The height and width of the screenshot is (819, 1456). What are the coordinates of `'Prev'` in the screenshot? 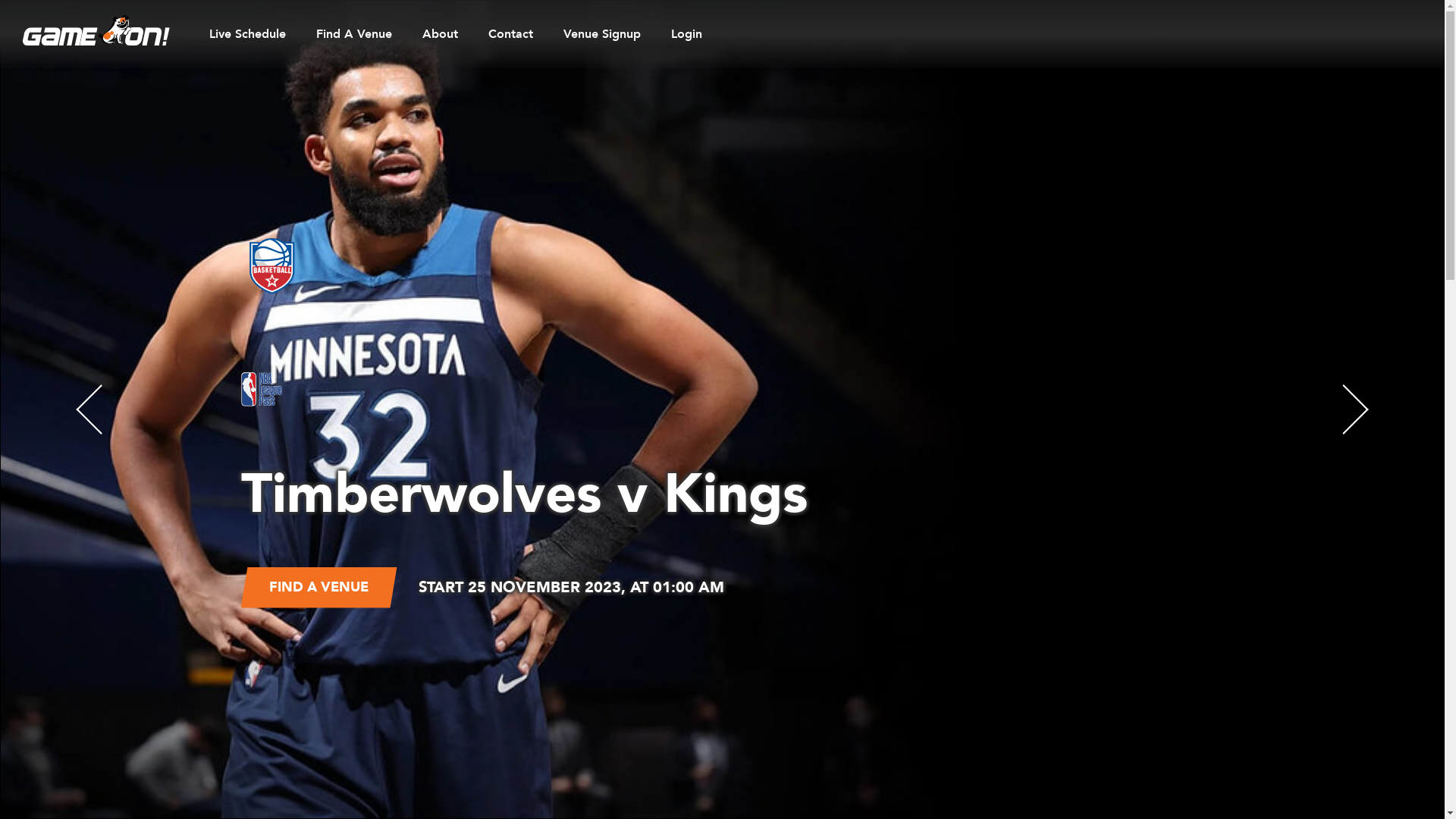 It's located at (88, 409).